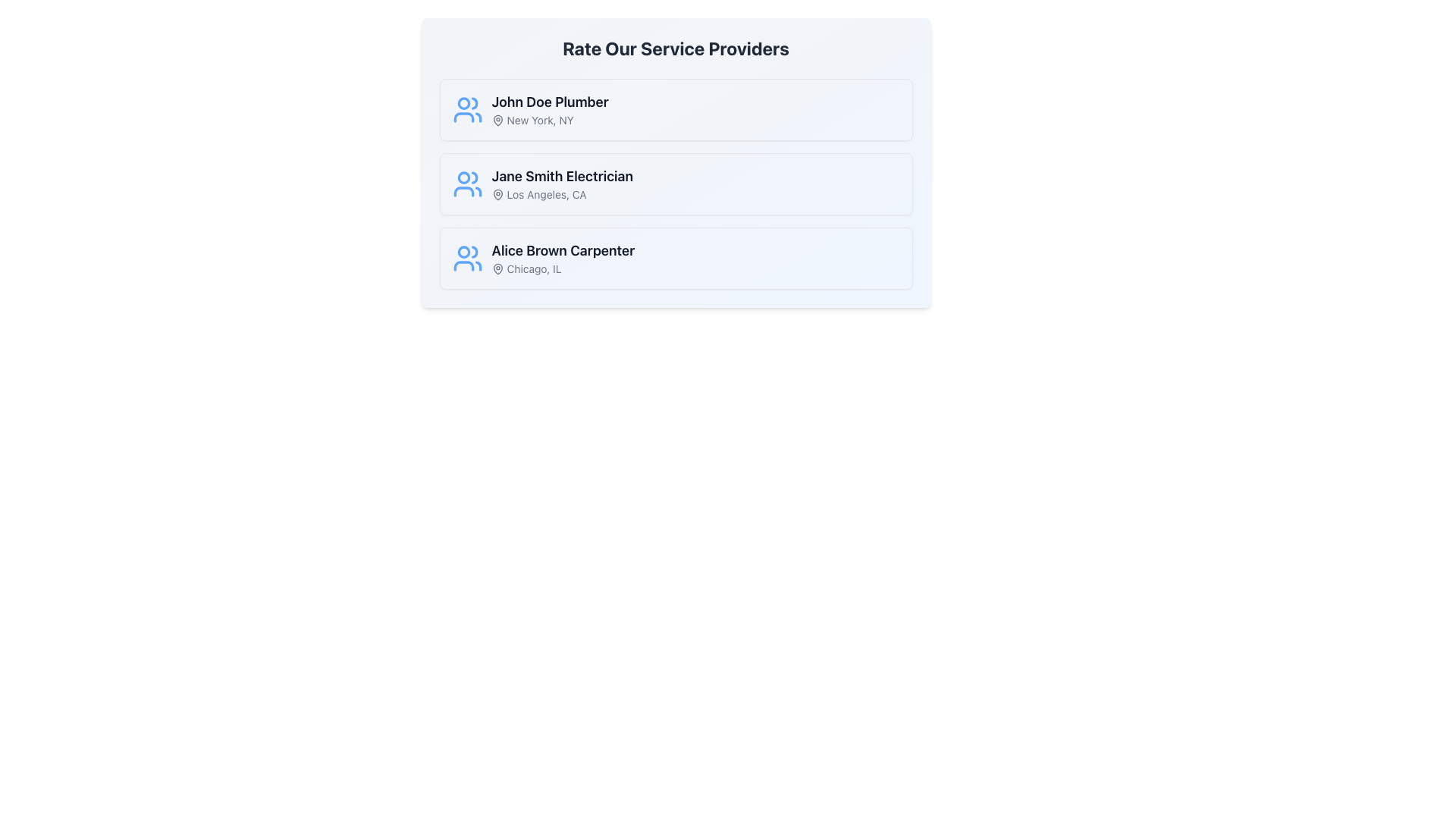  Describe the element at coordinates (466, 184) in the screenshot. I see `the group of people icon representing 'Jane Smith Electrician' which is styled in blue and positioned next to the text` at that location.